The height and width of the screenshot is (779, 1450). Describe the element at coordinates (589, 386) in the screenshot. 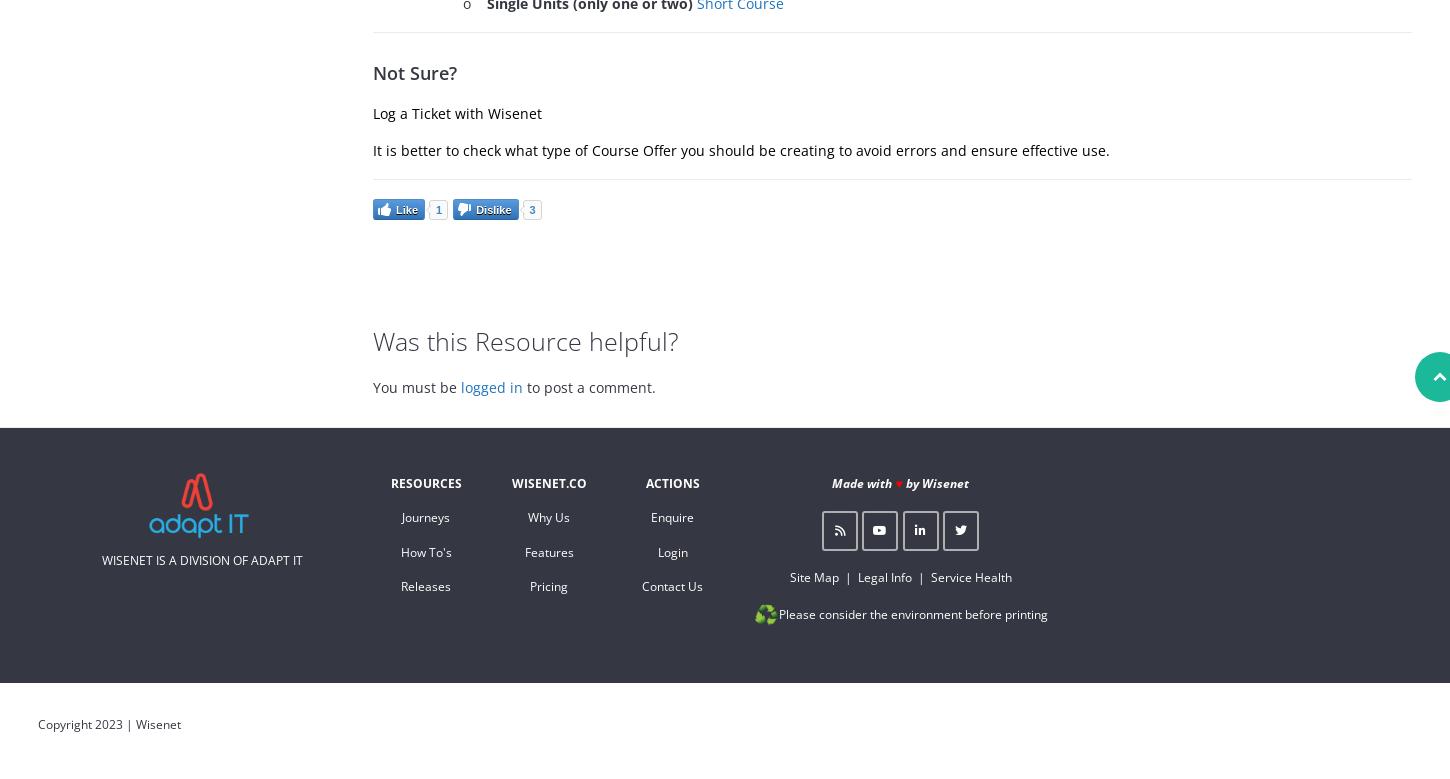

I see `'to post a comment.'` at that location.